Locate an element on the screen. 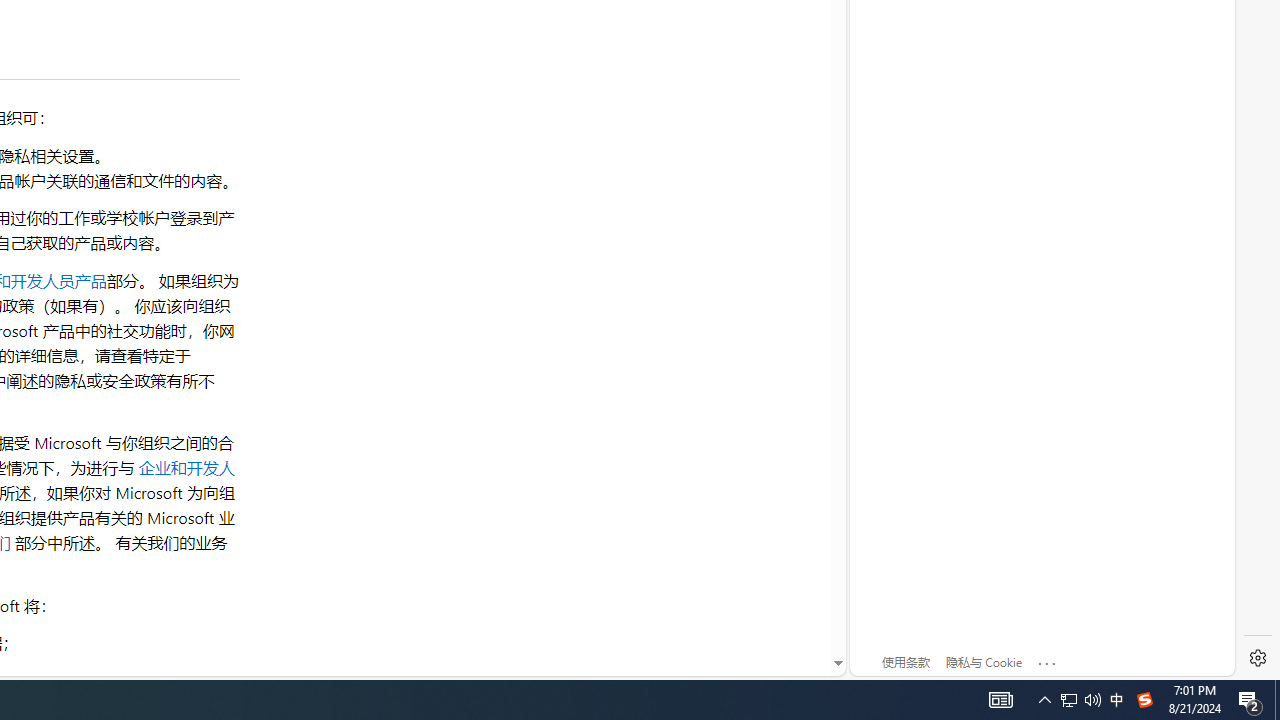 Image resolution: width=1280 pixels, height=720 pixels. 'Q2790: 100%' is located at coordinates (1079, 698).